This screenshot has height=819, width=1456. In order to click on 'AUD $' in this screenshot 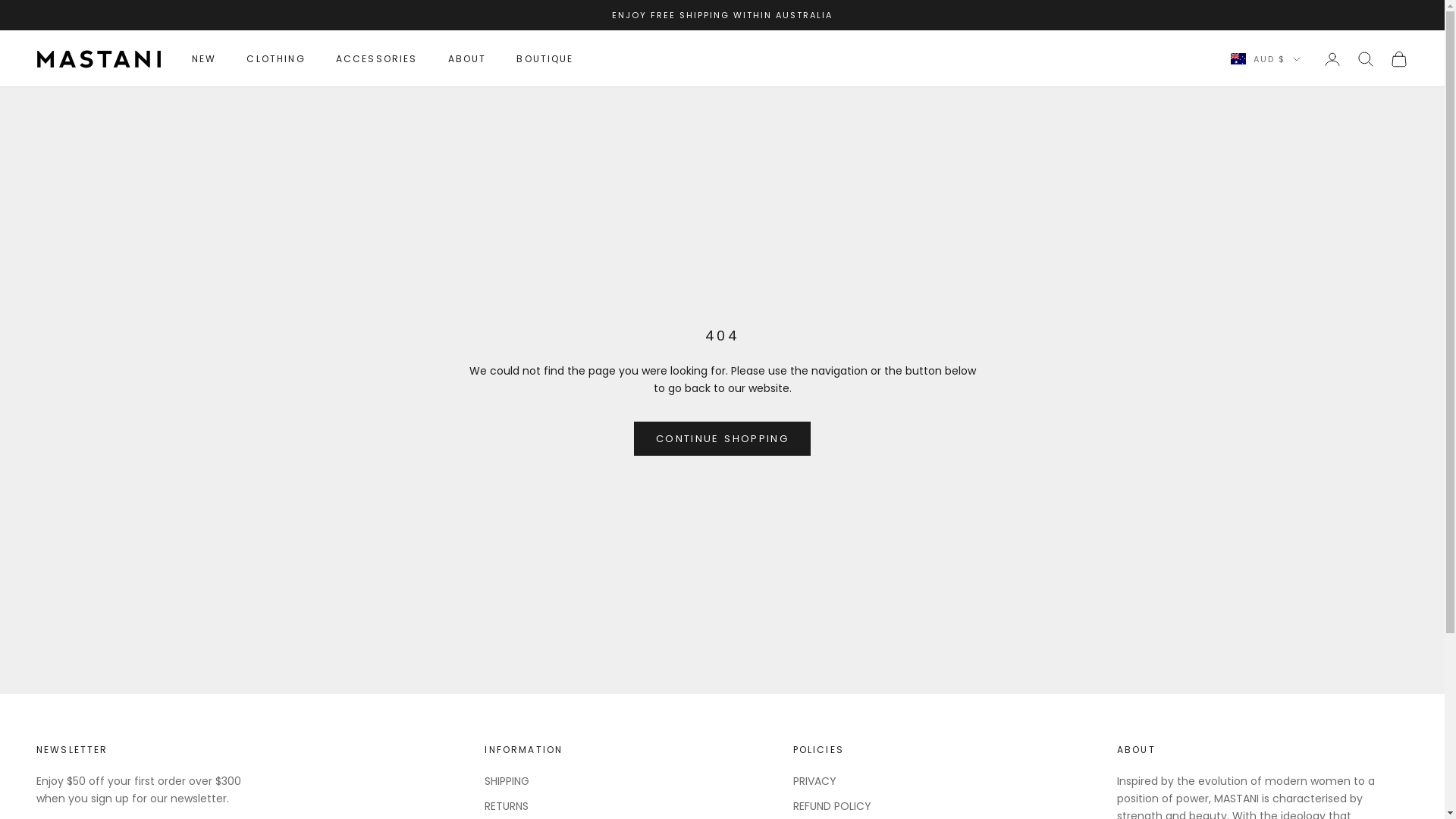, I will do `click(1266, 58)`.